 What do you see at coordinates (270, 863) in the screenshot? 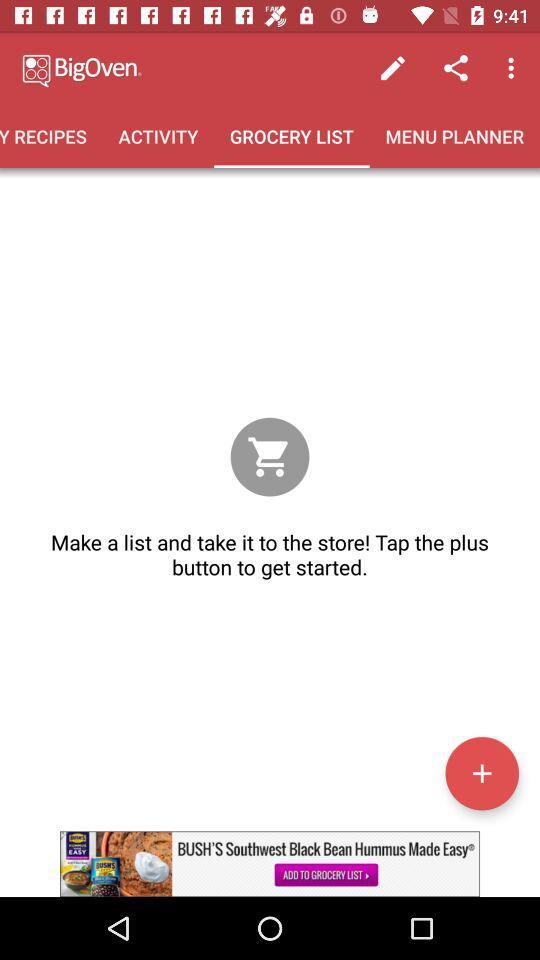
I see `advertisement` at bounding box center [270, 863].